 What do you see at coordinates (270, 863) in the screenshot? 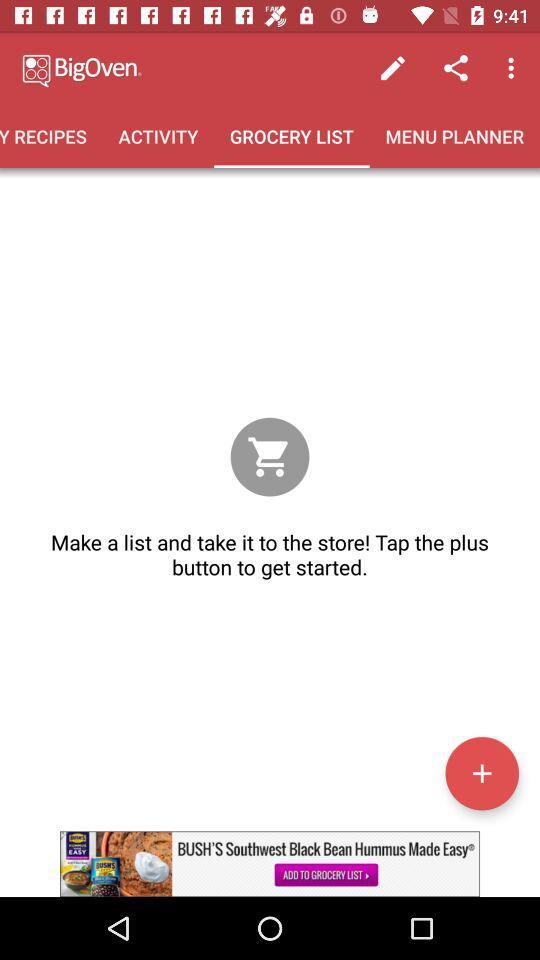
I see `advertisement` at bounding box center [270, 863].